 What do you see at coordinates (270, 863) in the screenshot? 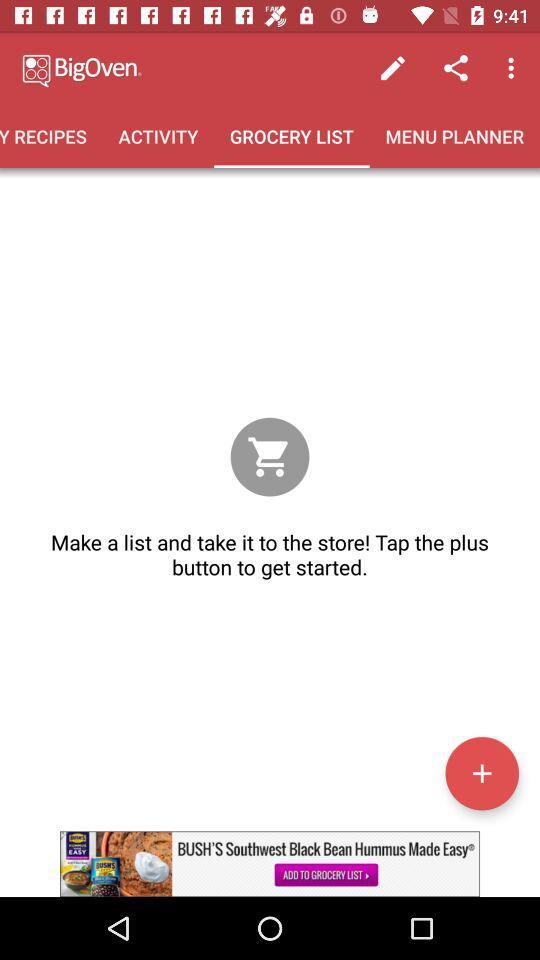
I see `advertisement` at bounding box center [270, 863].